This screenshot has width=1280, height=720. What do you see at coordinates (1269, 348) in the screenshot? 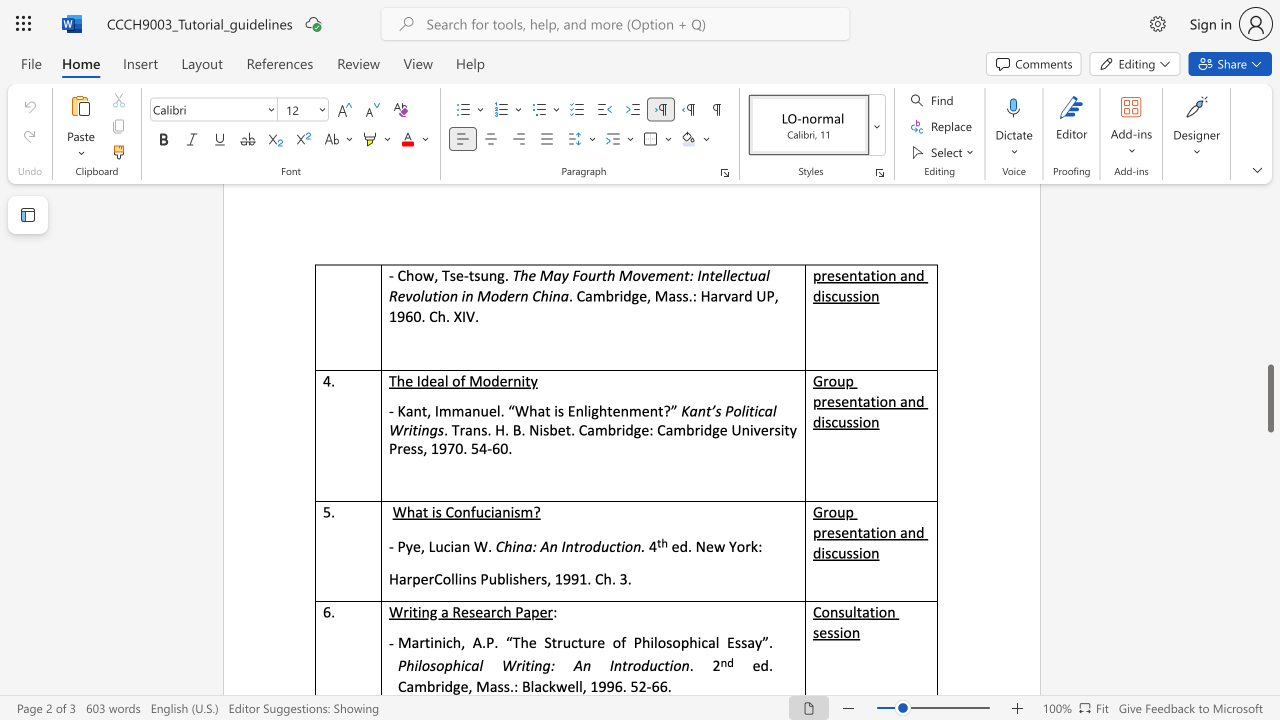
I see `the vertical scrollbar to raise the page content` at bounding box center [1269, 348].